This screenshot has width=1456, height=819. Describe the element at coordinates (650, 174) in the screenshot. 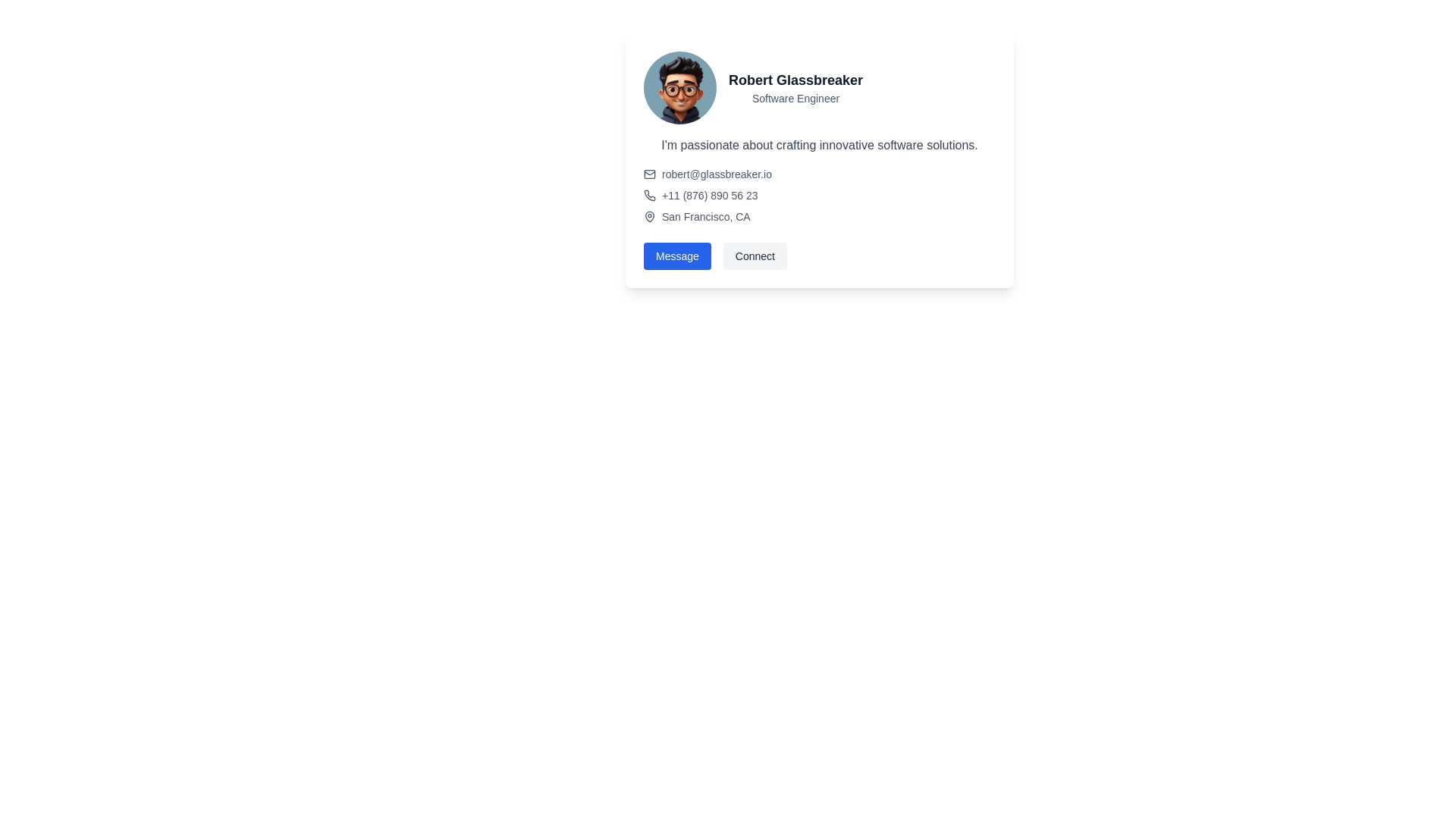

I see `the envelope icon representing the email in the user profile section to potentially see a tooltip or visual effect` at that location.